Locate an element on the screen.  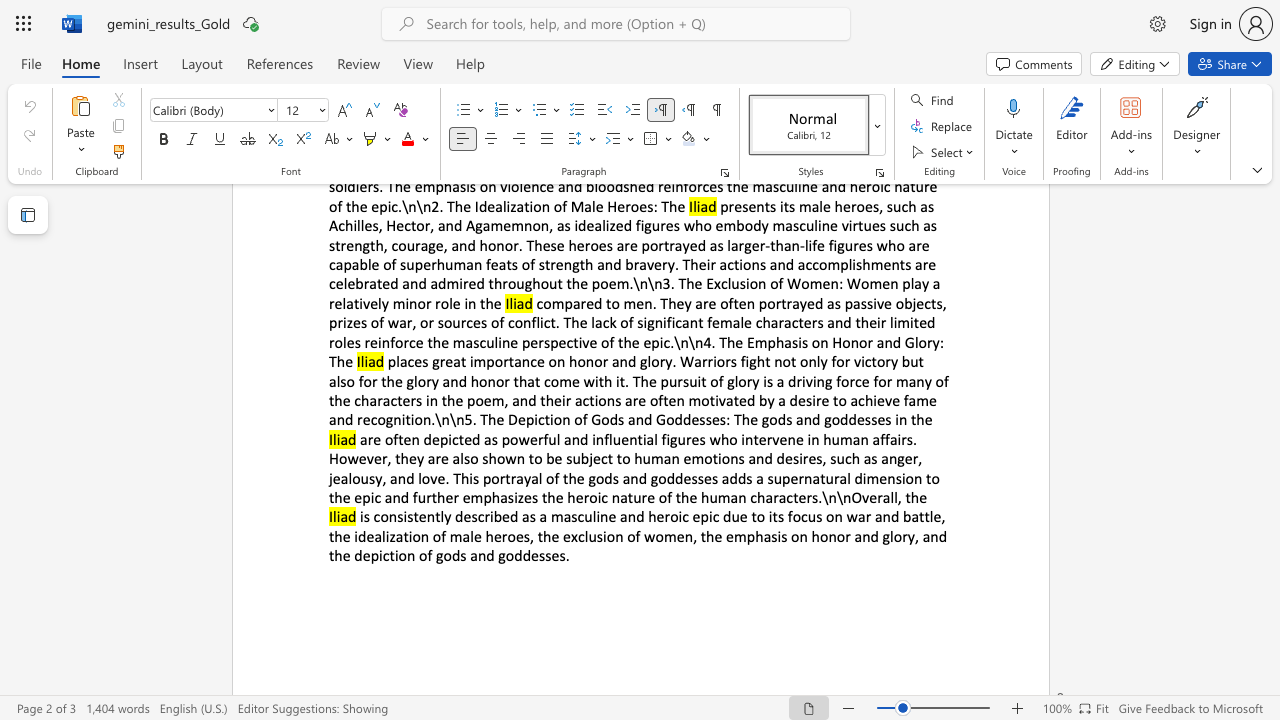
the subset text "in human affairs. However, they are also shown to be subject to" within the text "are often depicted as powerful and influential figures who intervene in human affairs. However, they are also shown to be subject to human emotions and desires, such as anger," is located at coordinates (807, 438).